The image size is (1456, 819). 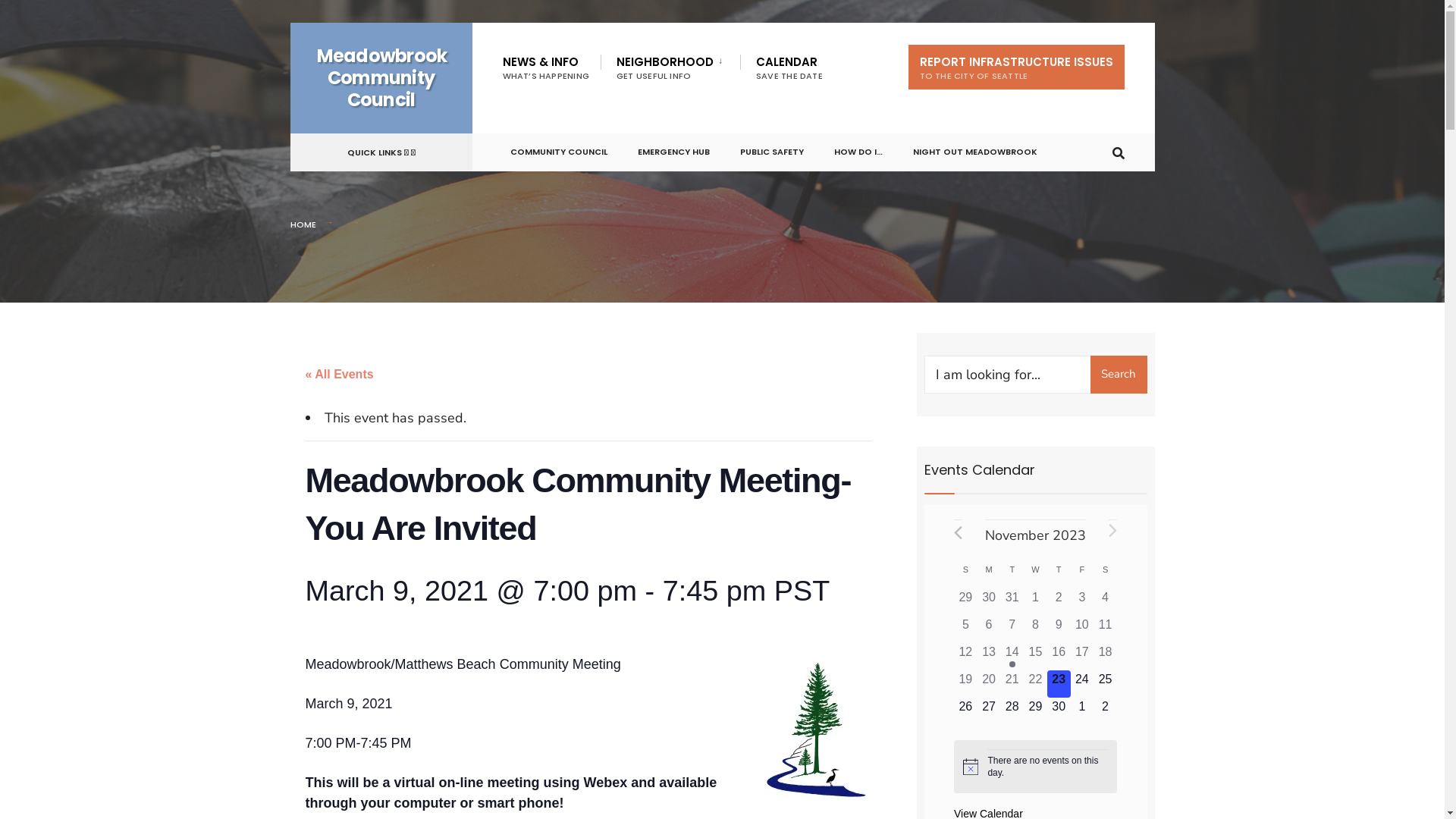 I want to click on '0 events,, so click(x=1012, y=601).